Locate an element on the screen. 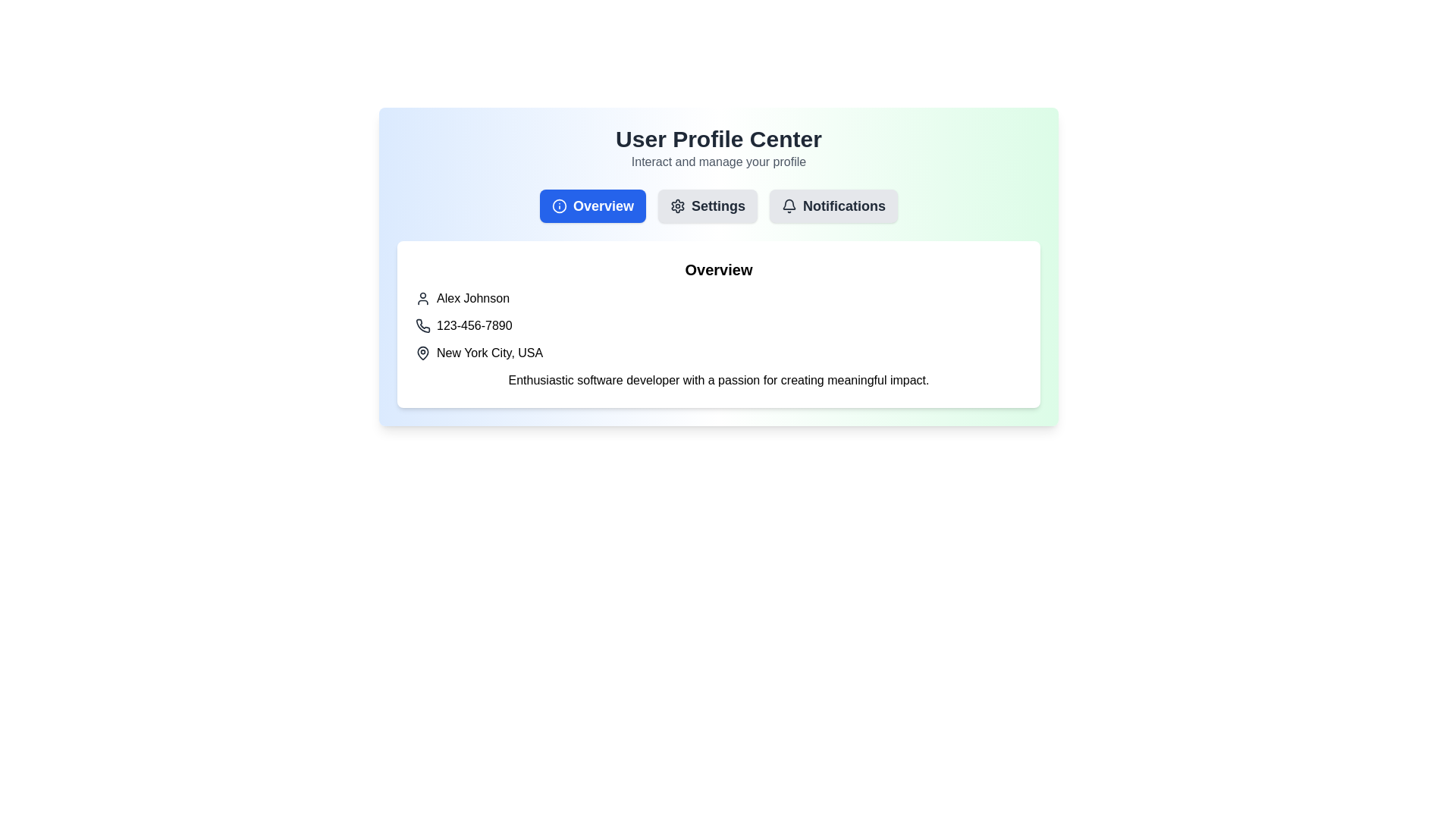 This screenshot has height=819, width=1456. the 'Settings' icon located at the top center of the interface, beneath the 'Settings' label is located at coordinates (676, 206).